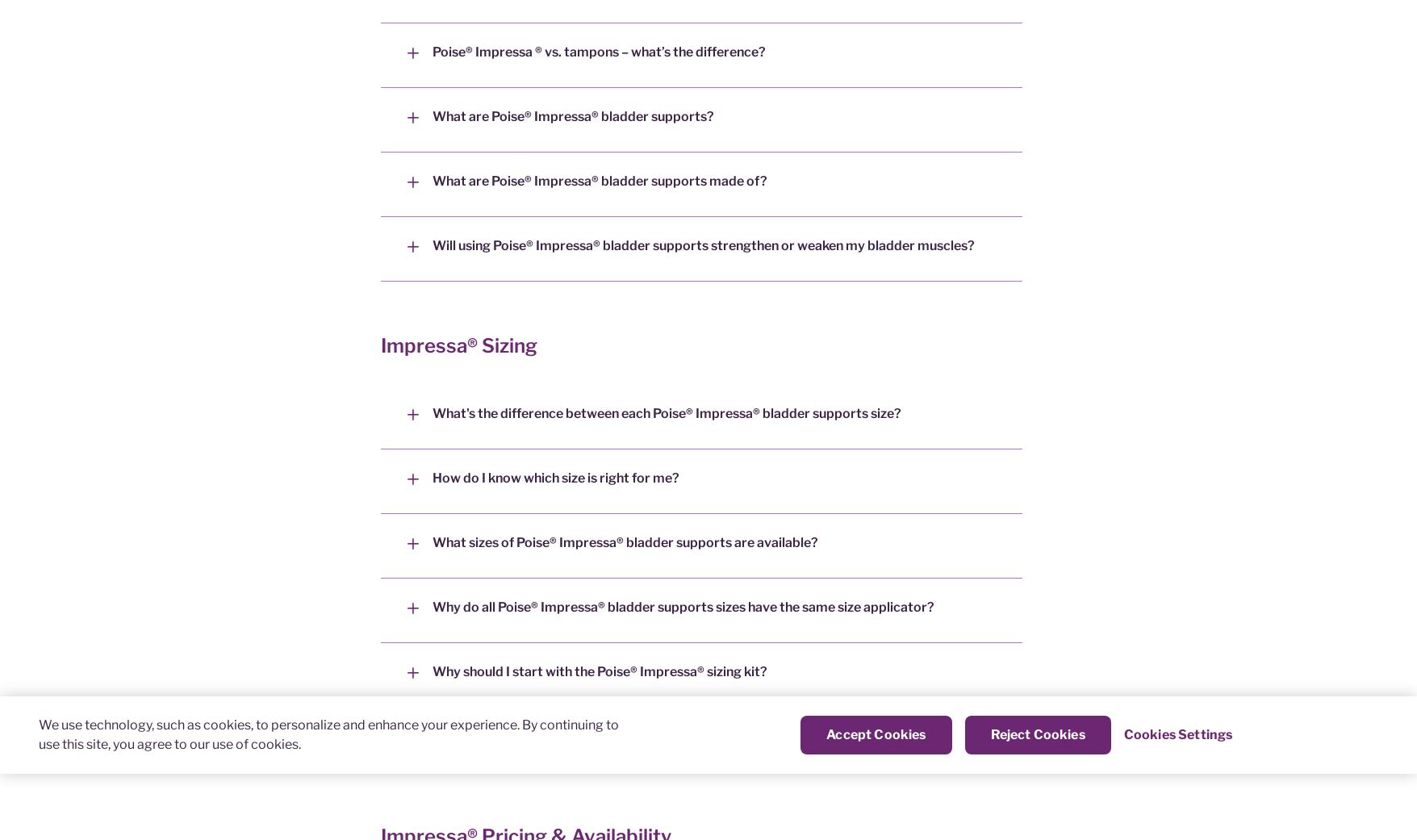  What do you see at coordinates (556, 478) in the screenshot?
I see `'How do I know which size is right for me?'` at bounding box center [556, 478].